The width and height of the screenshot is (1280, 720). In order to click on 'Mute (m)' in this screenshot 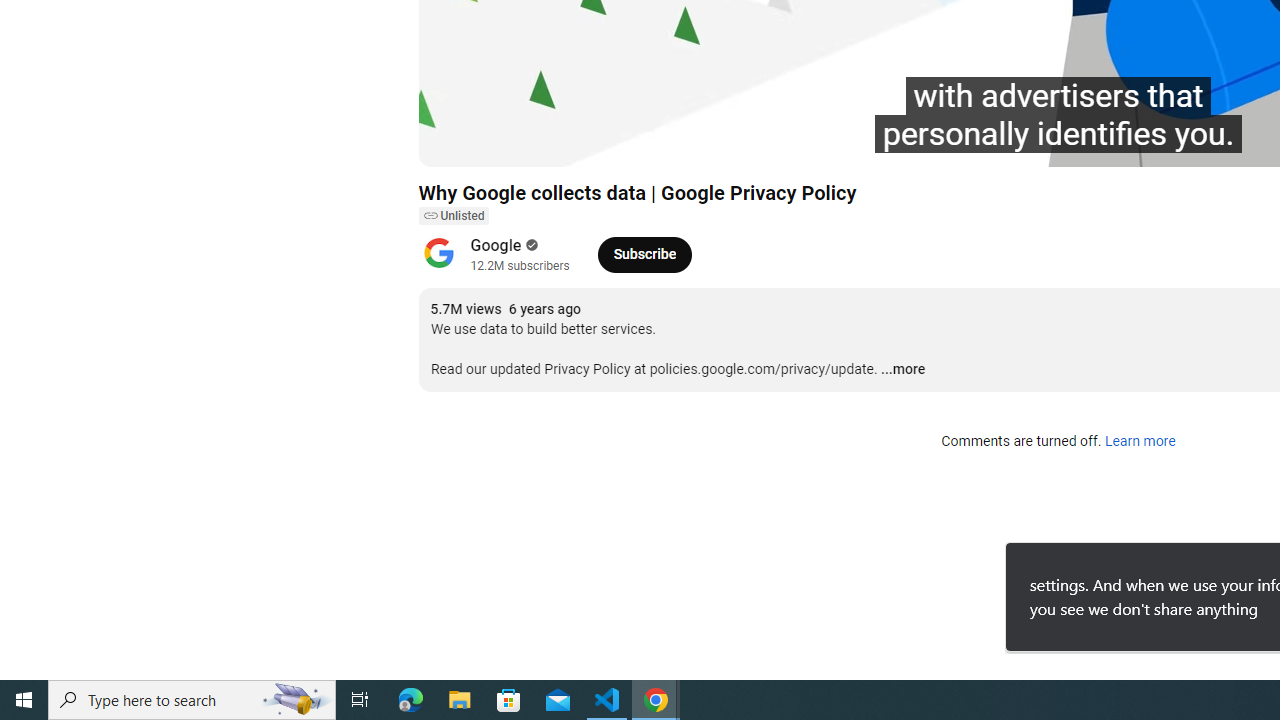, I will do `click(548, 141)`.